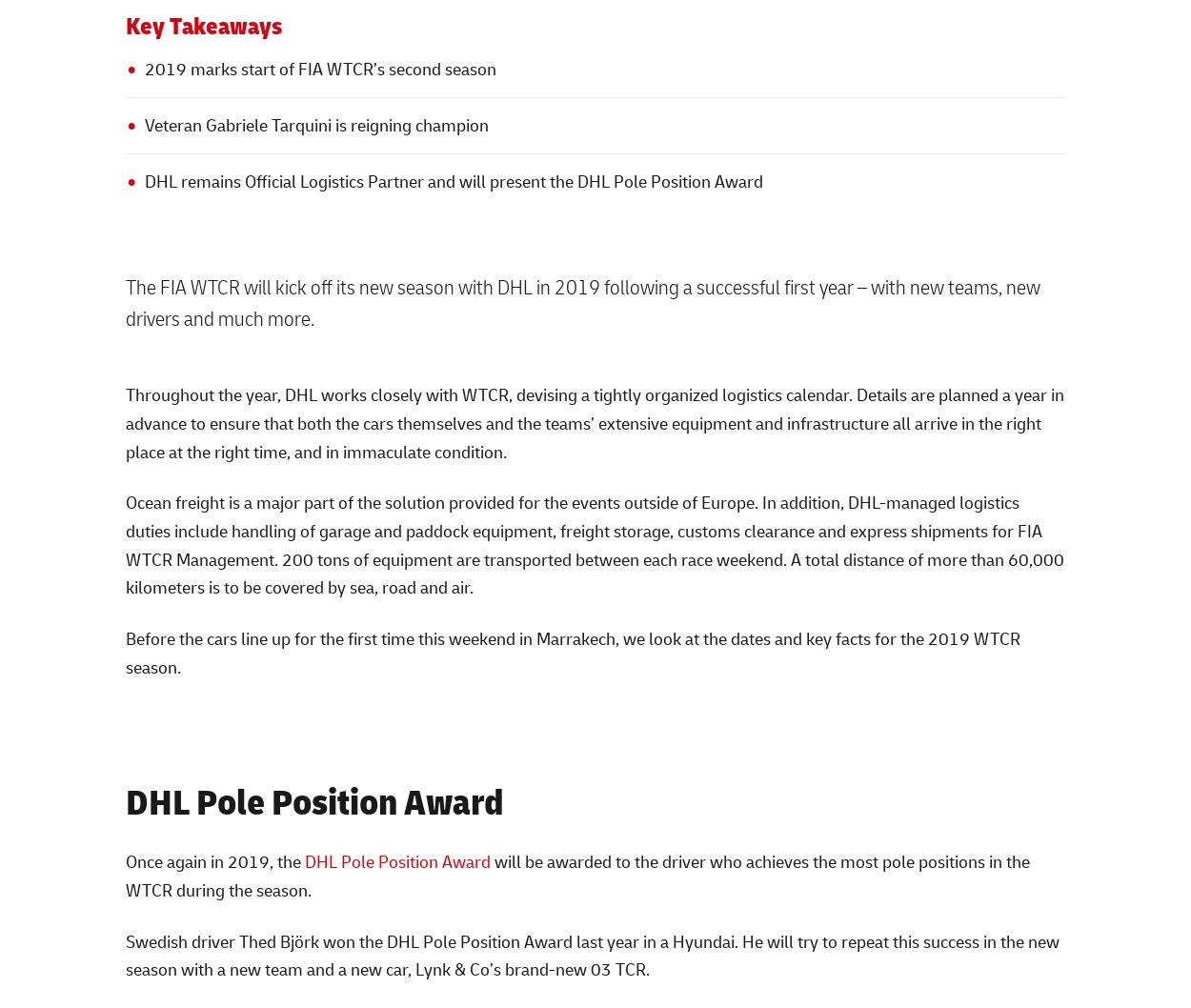 This screenshot has height=1008, width=1191. I want to click on 'Before the cars line up for the first time this weekend in Marrakech, we look at the dates and key facts for the 2019 WTCR season.', so click(571, 651).